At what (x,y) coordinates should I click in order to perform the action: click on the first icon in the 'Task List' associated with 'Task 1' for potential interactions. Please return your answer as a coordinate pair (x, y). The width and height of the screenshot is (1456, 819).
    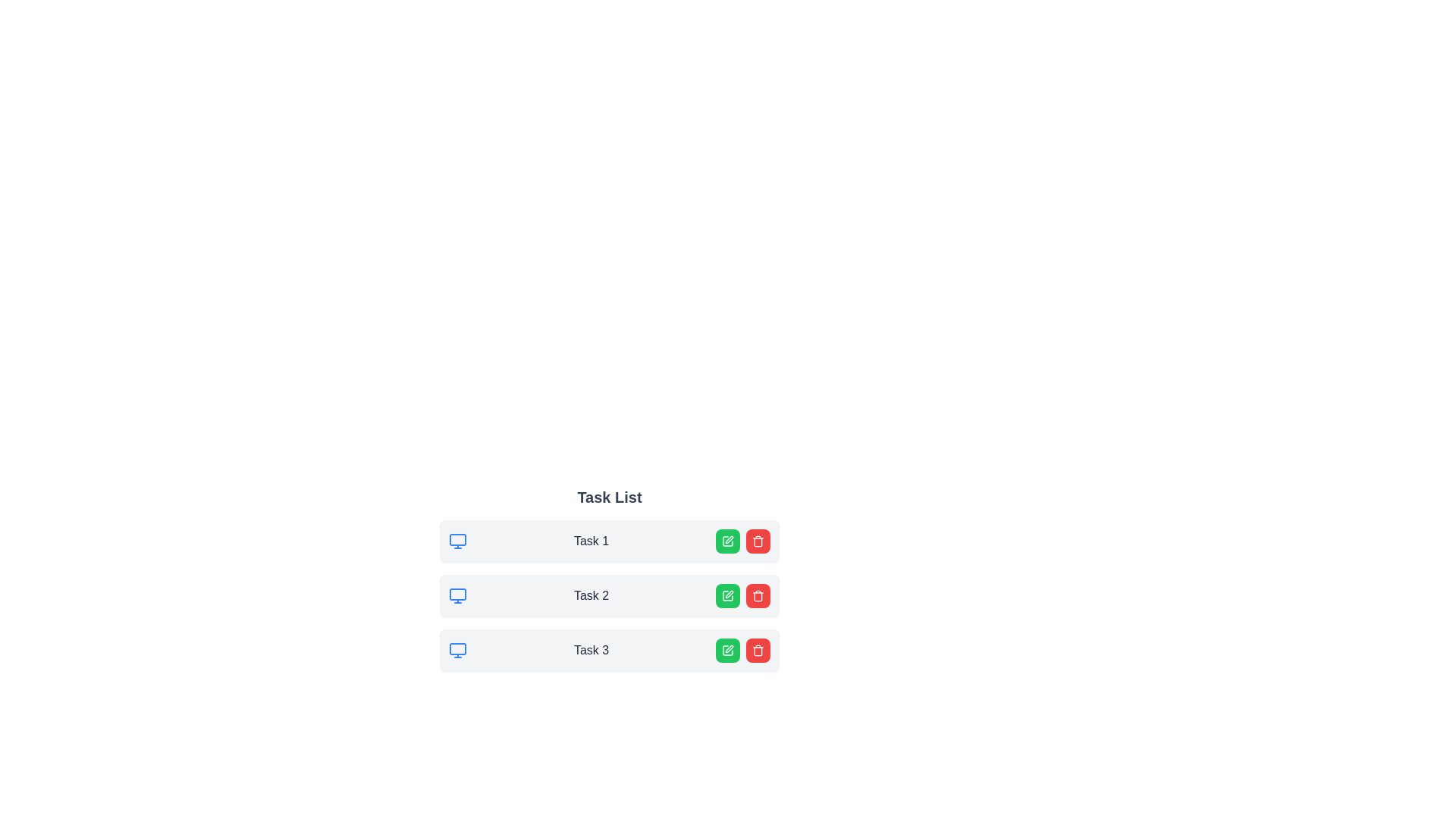
    Looking at the image, I should click on (457, 540).